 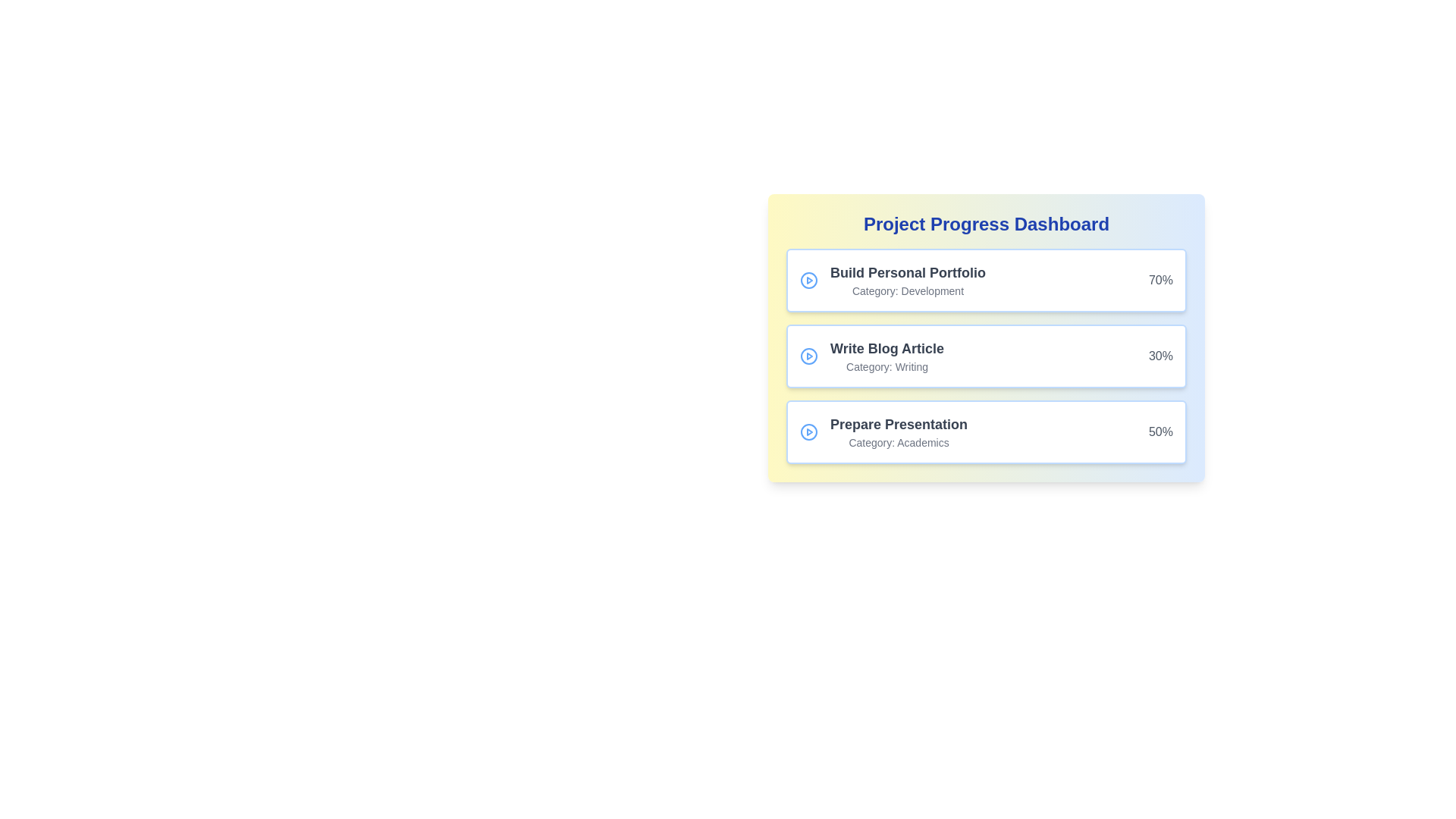 What do you see at coordinates (986, 281) in the screenshot?
I see `the first card in the Project Progress Dashboard that displays 'Build Personal Portfolio' and has a light blue border` at bounding box center [986, 281].